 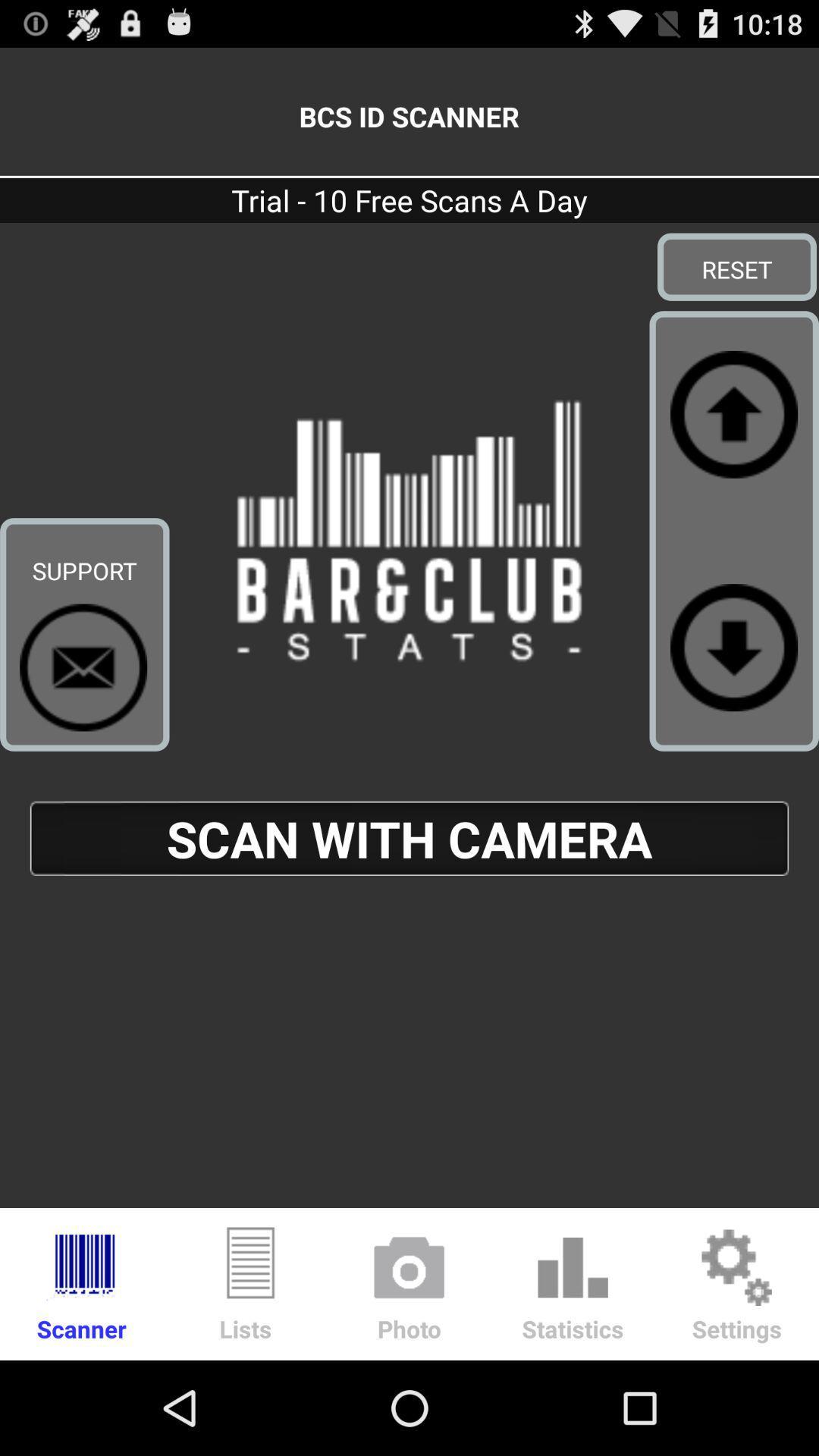 What do you see at coordinates (733, 443) in the screenshot?
I see `the arrow_upward icon` at bounding box center [733, 443].